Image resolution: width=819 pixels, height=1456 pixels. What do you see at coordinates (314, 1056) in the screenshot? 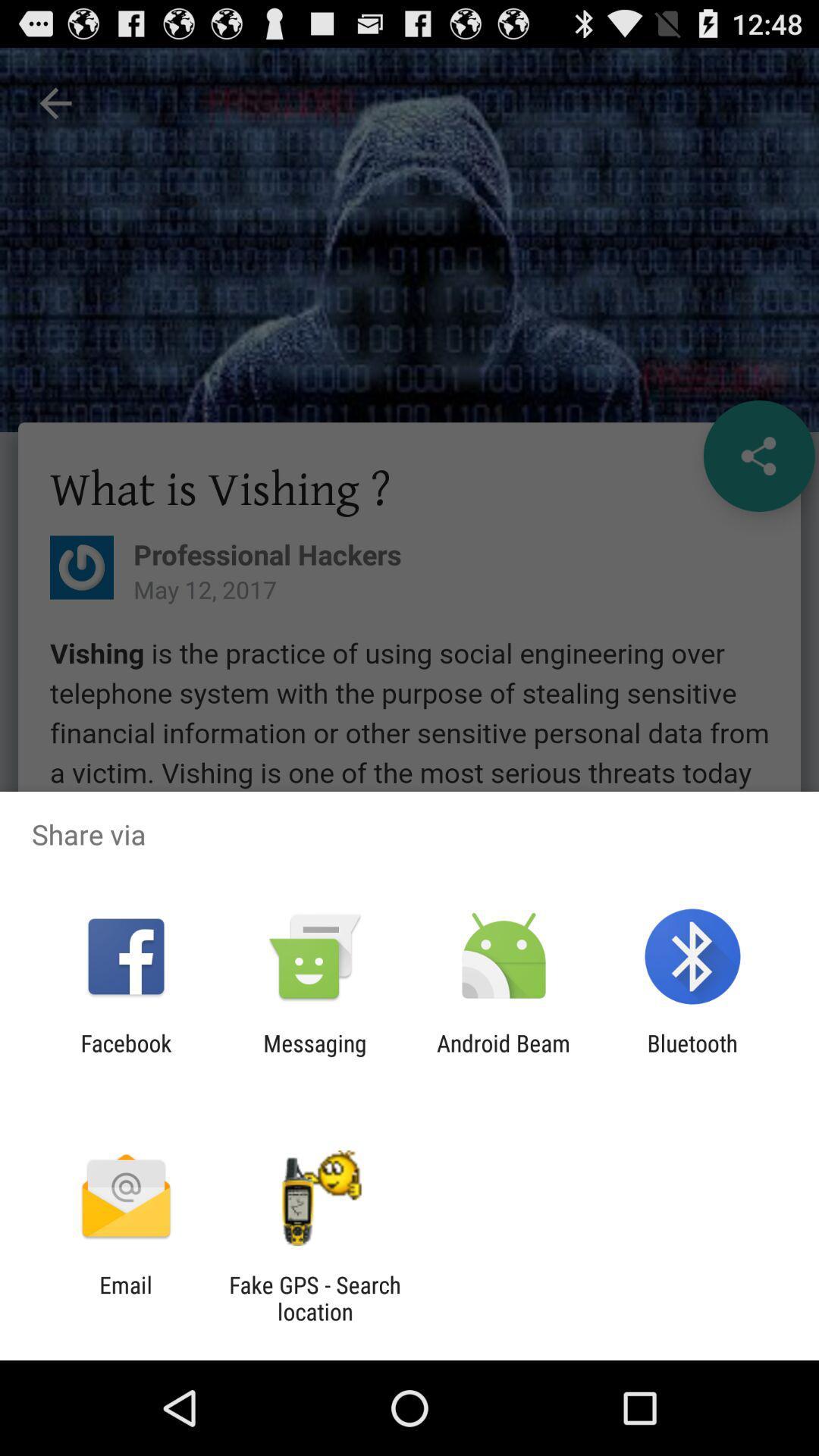
I see `item next to the android beam app` at bounding box center [314, 1056].